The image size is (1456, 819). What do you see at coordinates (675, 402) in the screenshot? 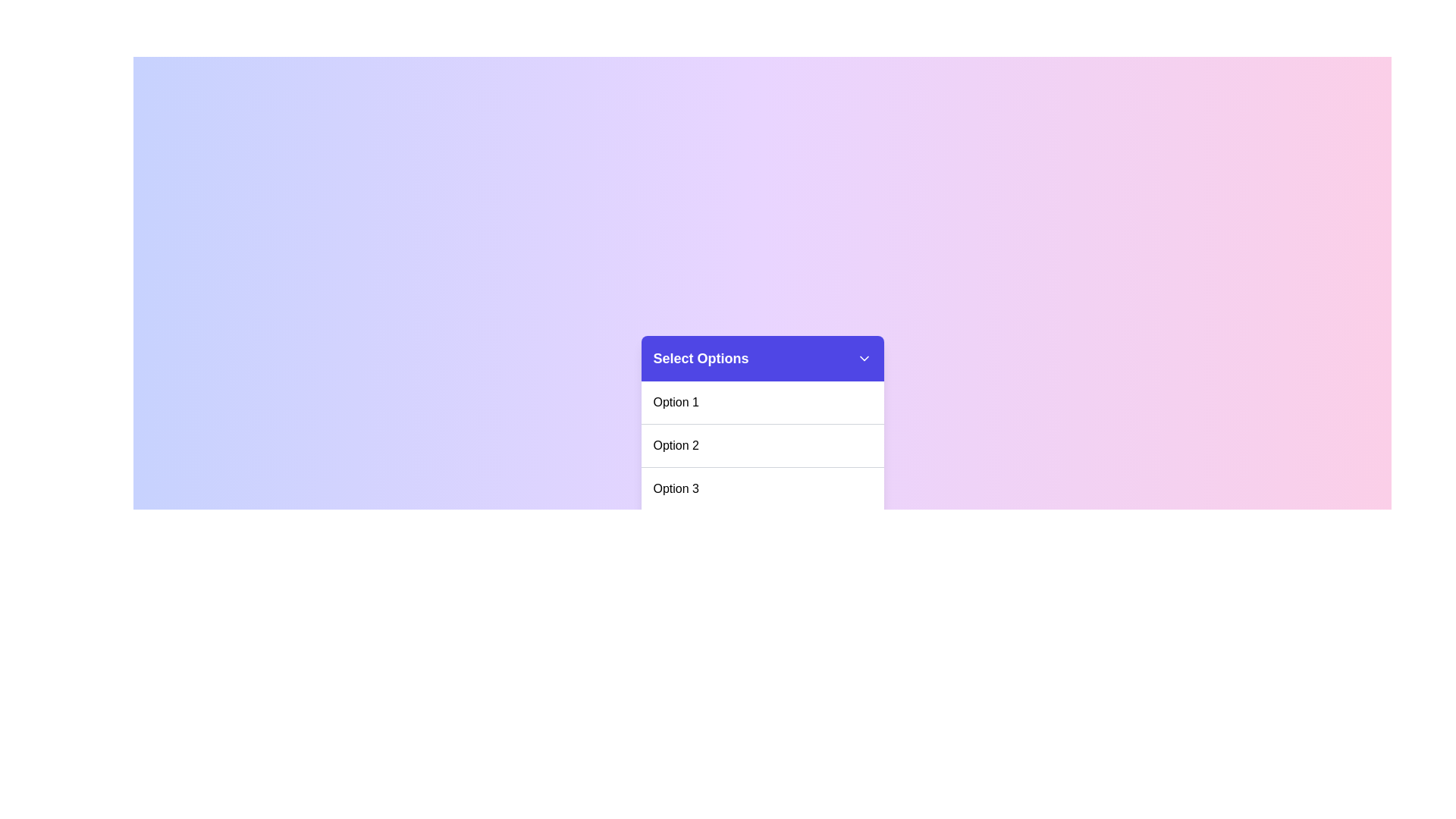
I see `to select the first option labeled 'Option 1' in the dropdown menu located below the header 'Select Options'` at bounding box center [675, 402].